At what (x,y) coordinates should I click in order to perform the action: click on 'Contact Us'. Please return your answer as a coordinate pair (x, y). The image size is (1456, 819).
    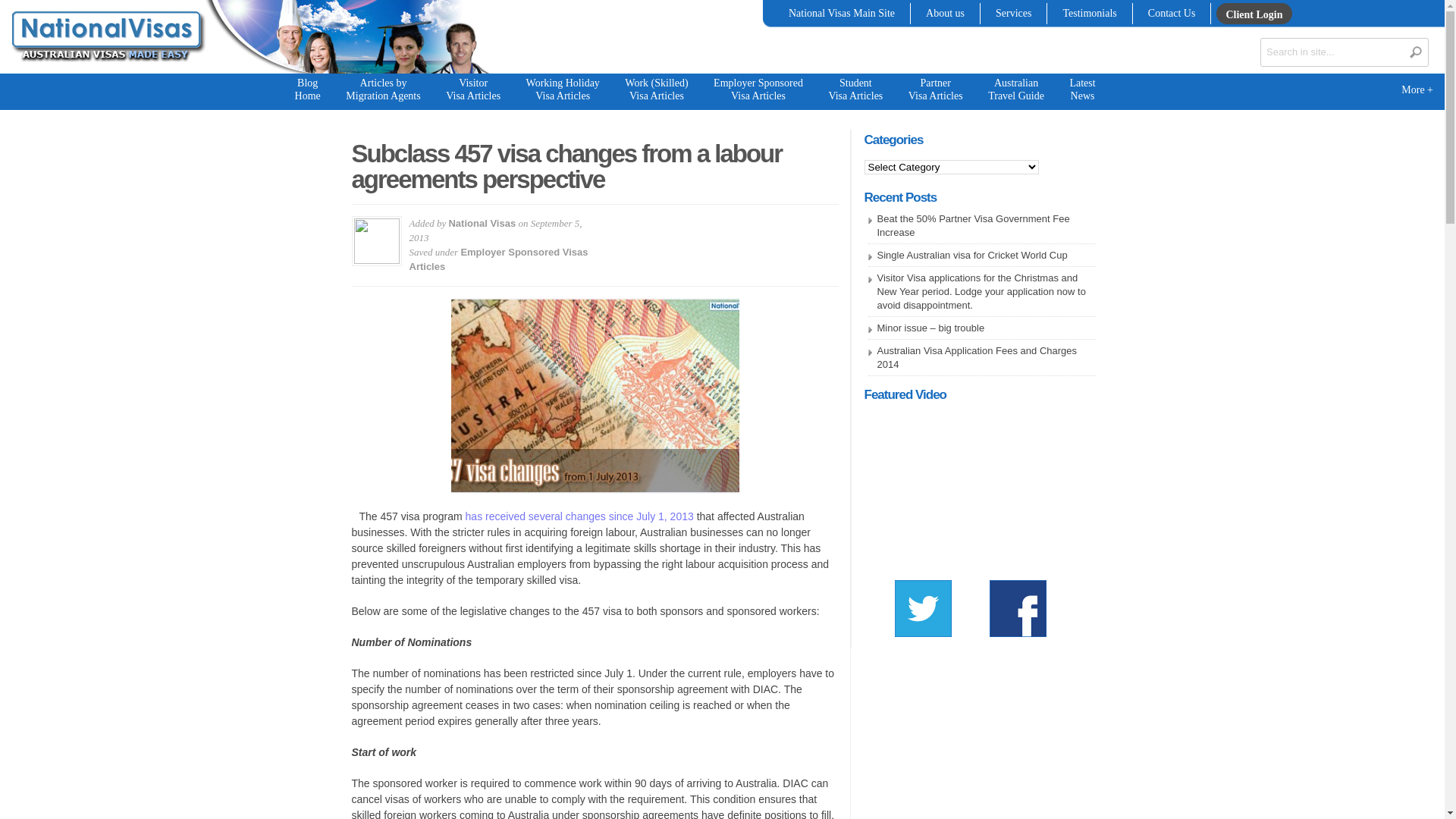
    Looking at the image, I should click on (1171, 14).